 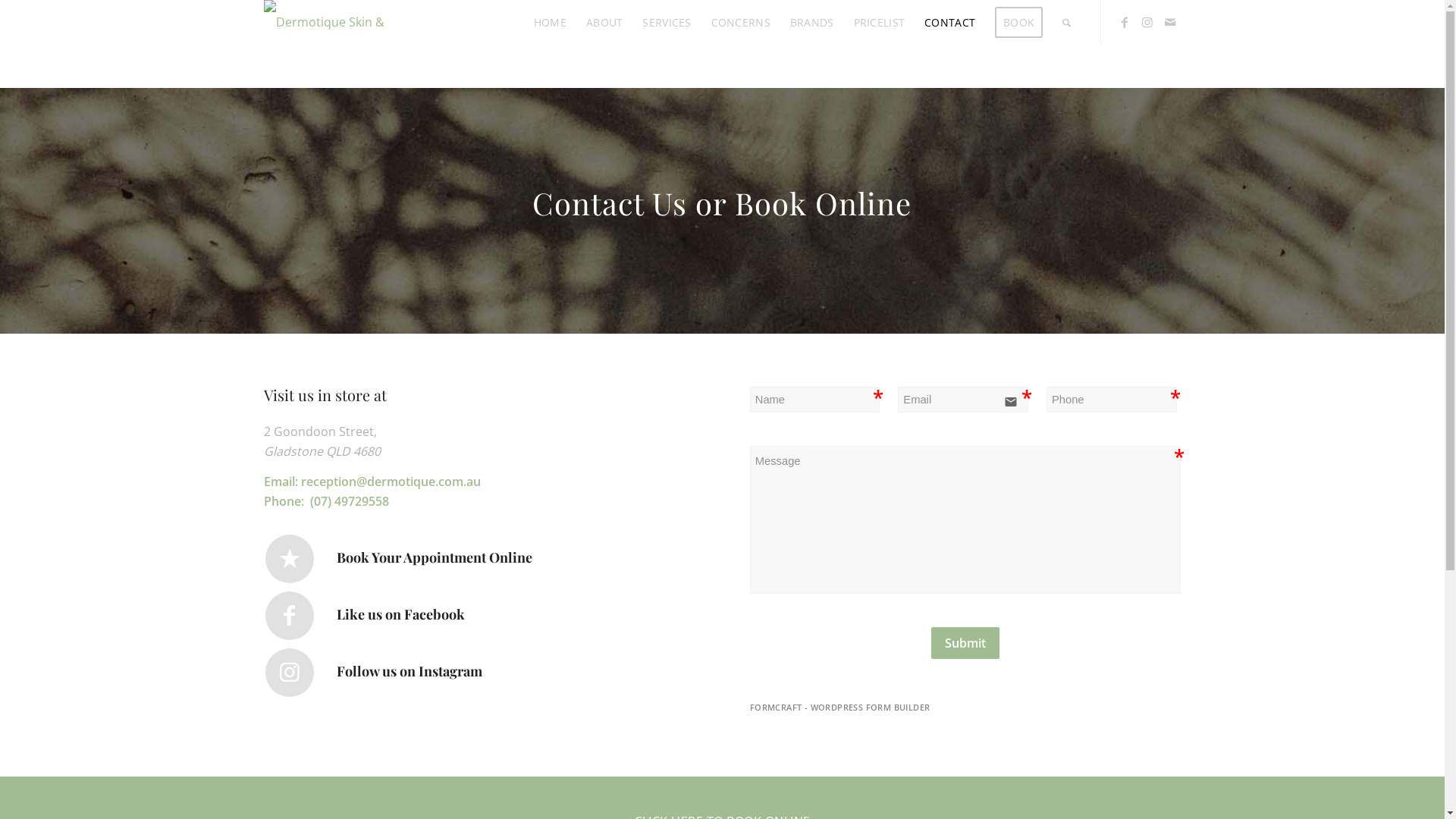 What do you see at coordinates (811, 22) in the screenshot?
I see `'BRANDS'` at bounding box center [811, 22].